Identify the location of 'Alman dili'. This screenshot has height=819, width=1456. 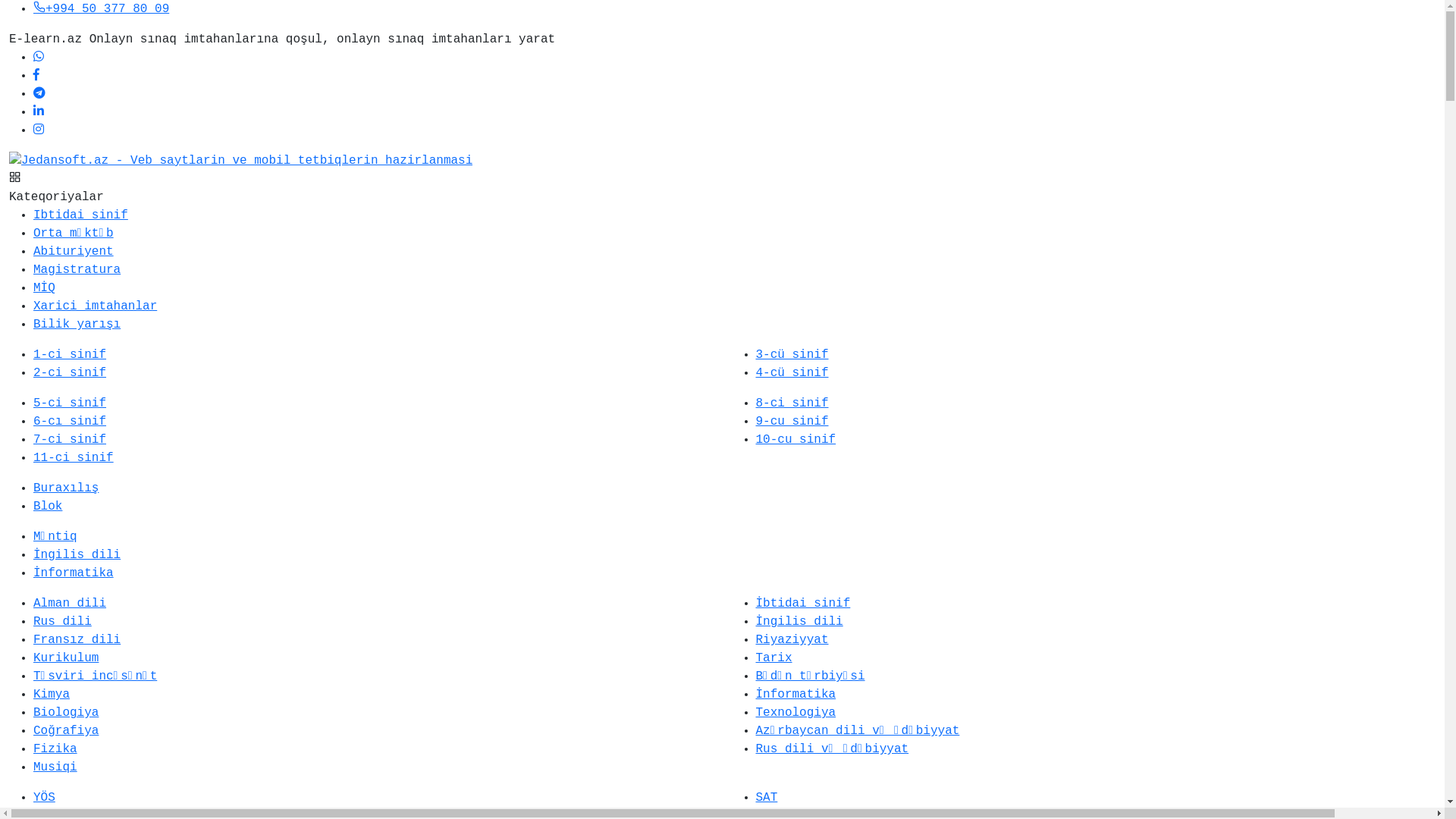
(68, 602).